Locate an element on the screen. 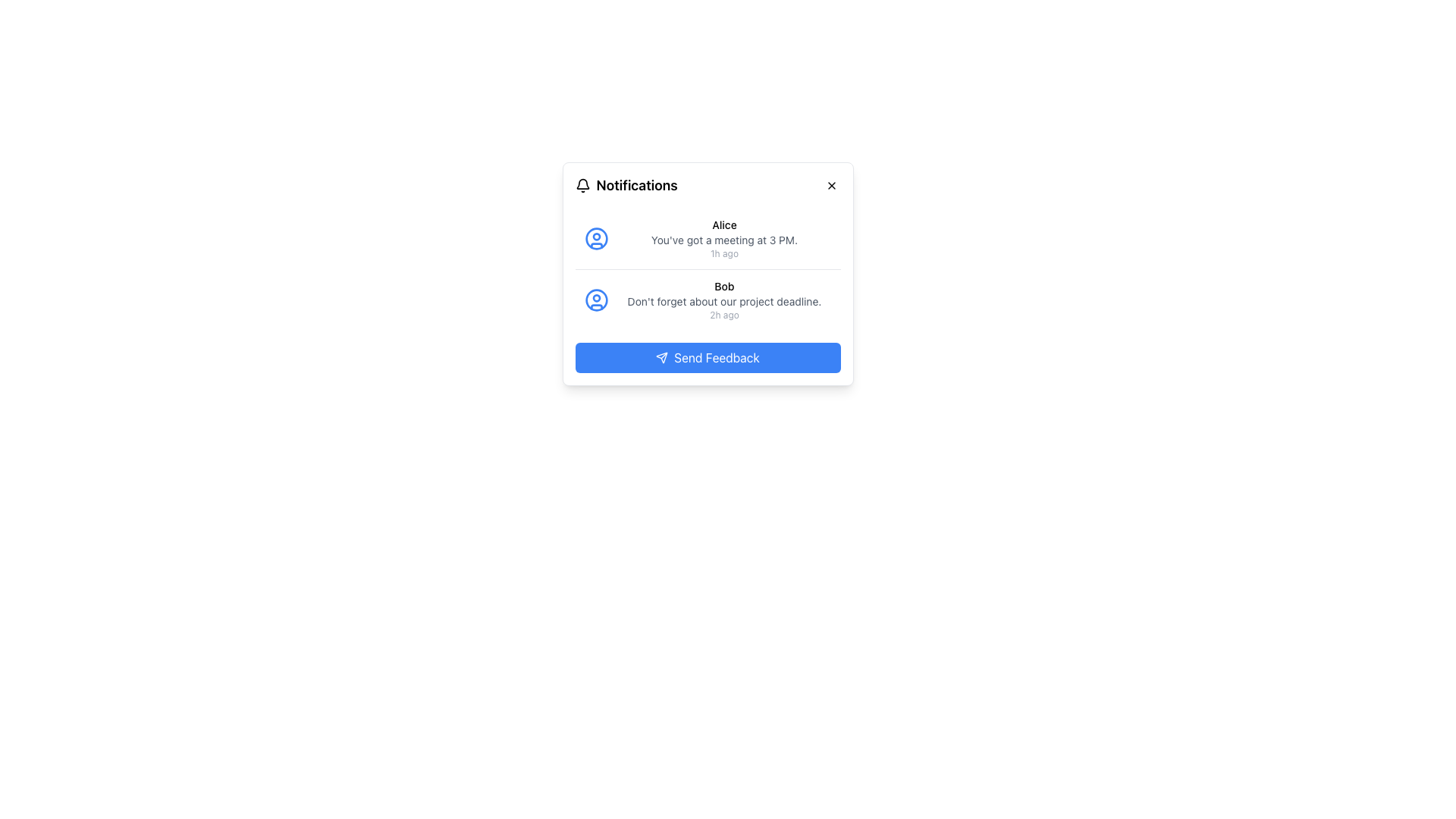 The width and height of the screenshot is (1456, 819). the outermost circular layer of the user icon for the notification titled 'Alice: You've got a meeting at 3 PM.' is located at coordinates (595, 300).